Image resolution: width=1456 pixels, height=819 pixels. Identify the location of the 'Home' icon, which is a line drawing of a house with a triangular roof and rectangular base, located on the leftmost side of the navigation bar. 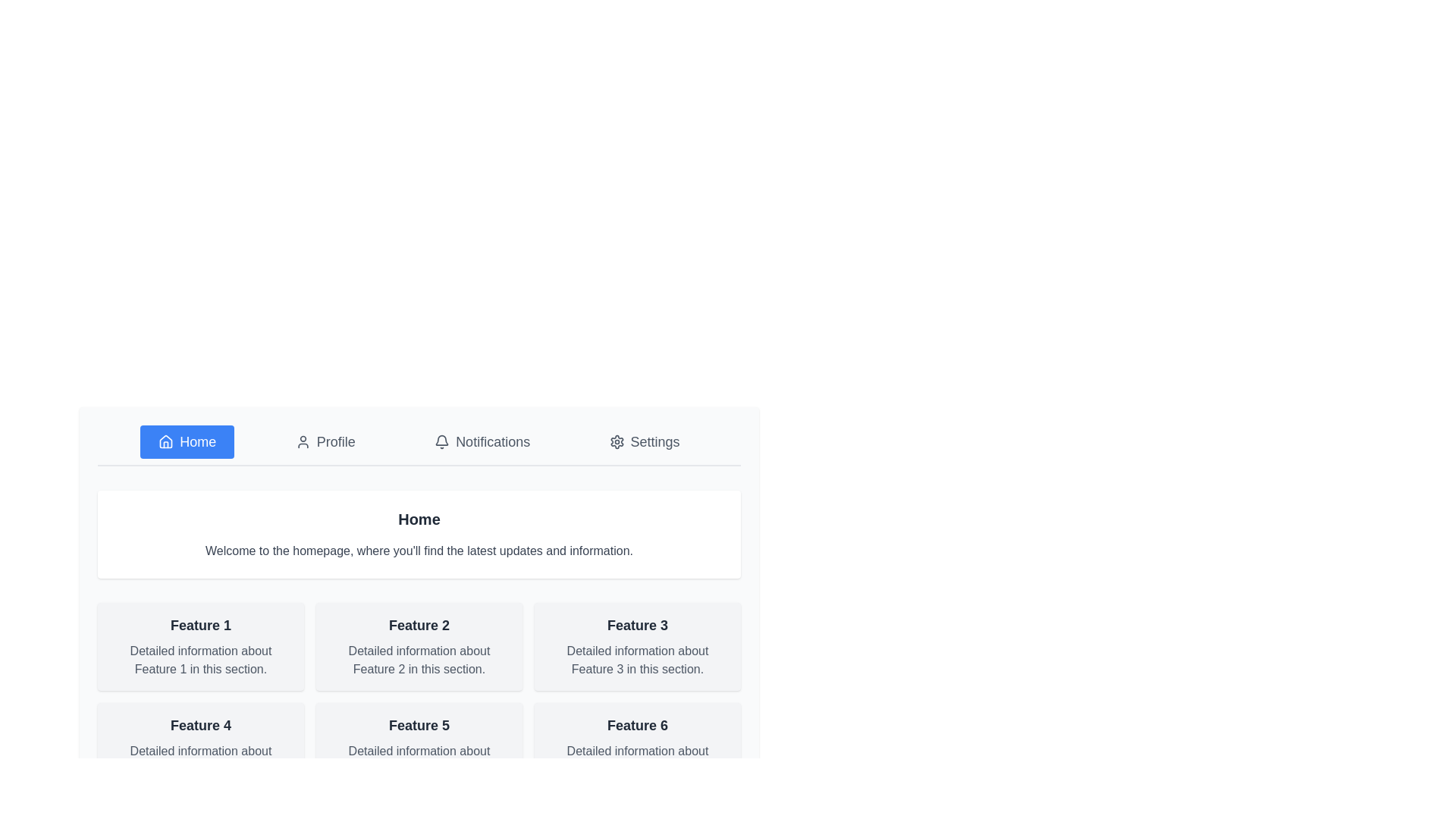
(166, 441).